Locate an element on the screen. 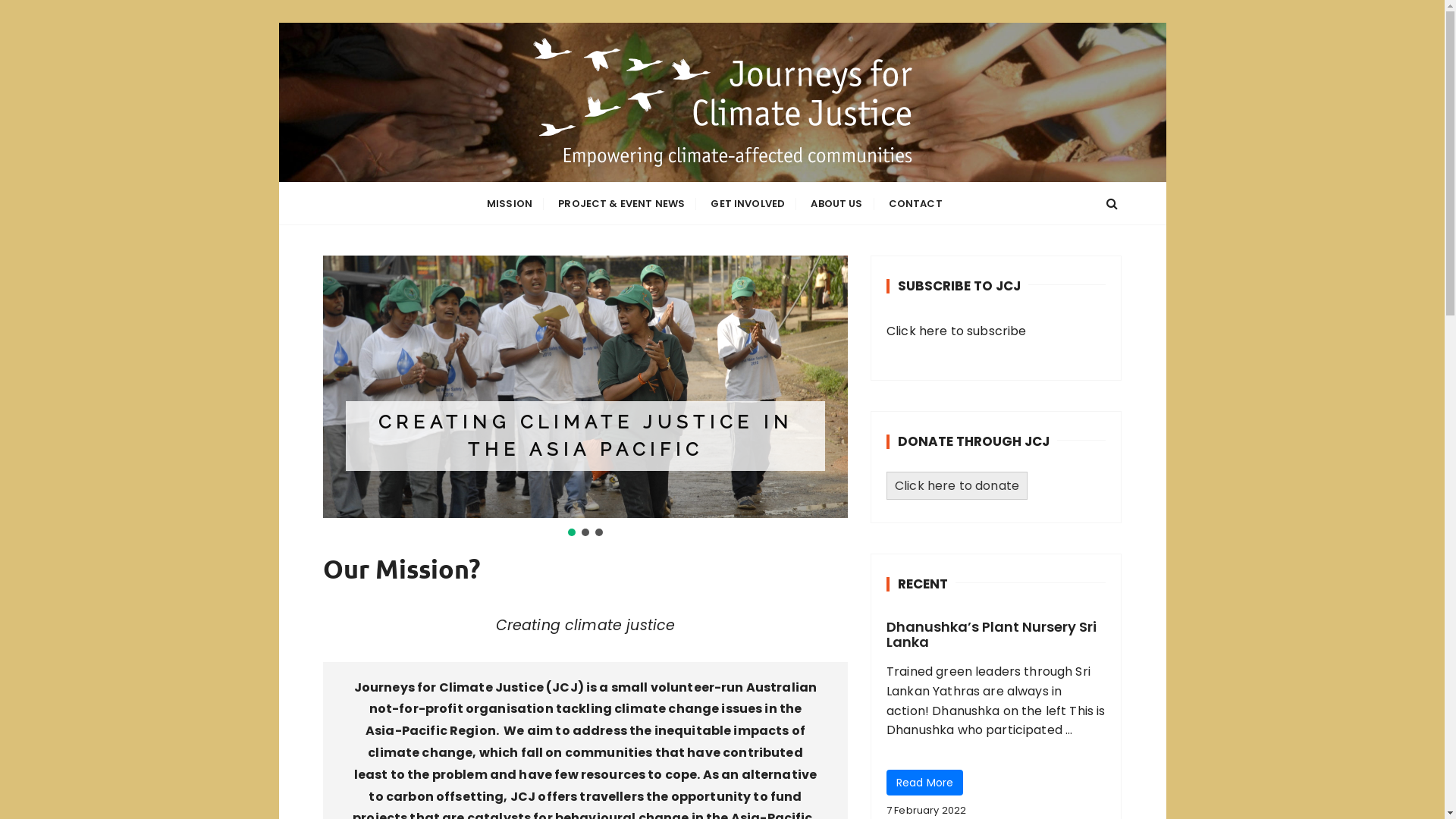 The image size is (1456, 819). 'GET INVOLVED' is located at coordinates (698, 202).